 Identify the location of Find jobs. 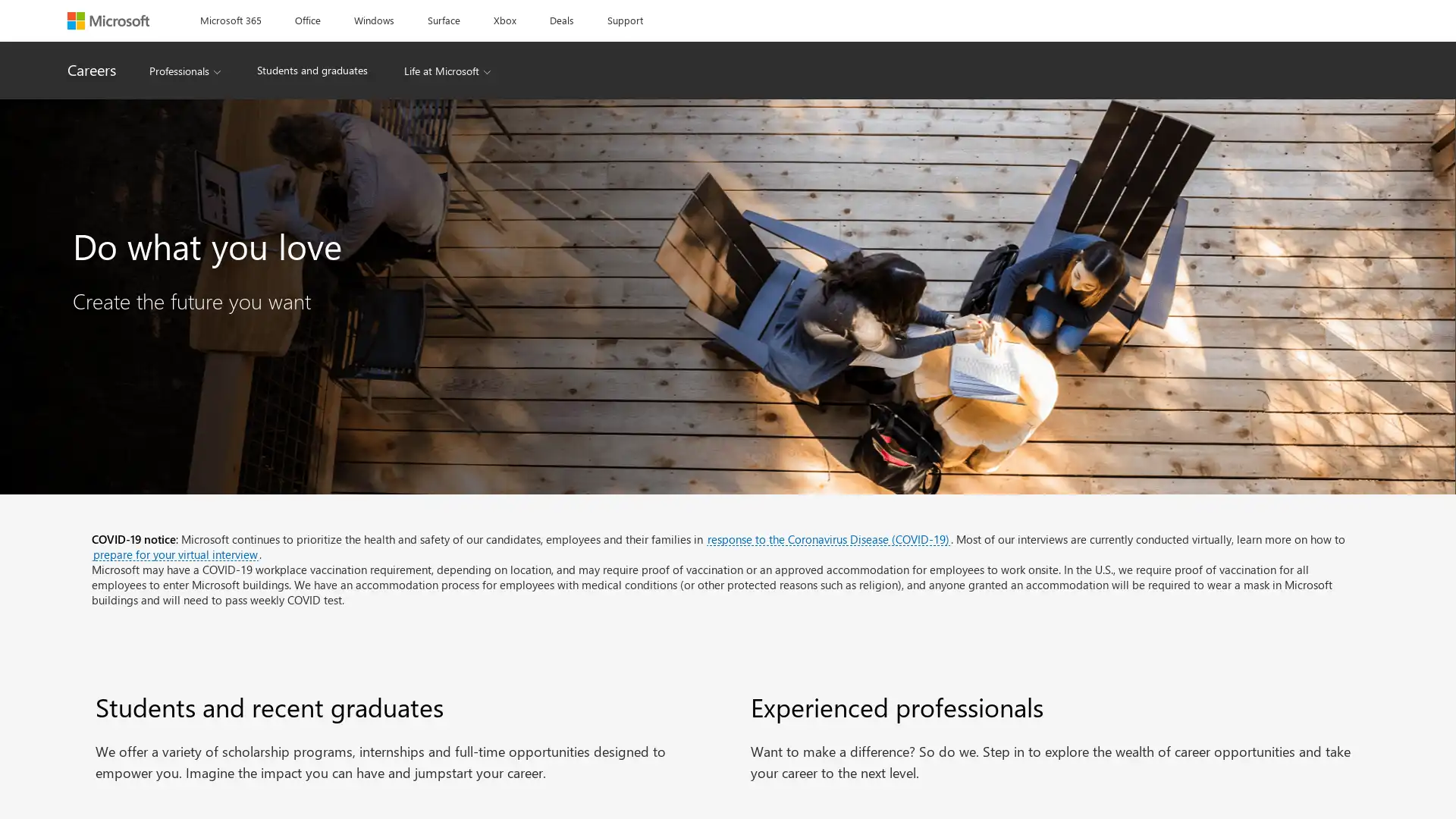
(453, 397).